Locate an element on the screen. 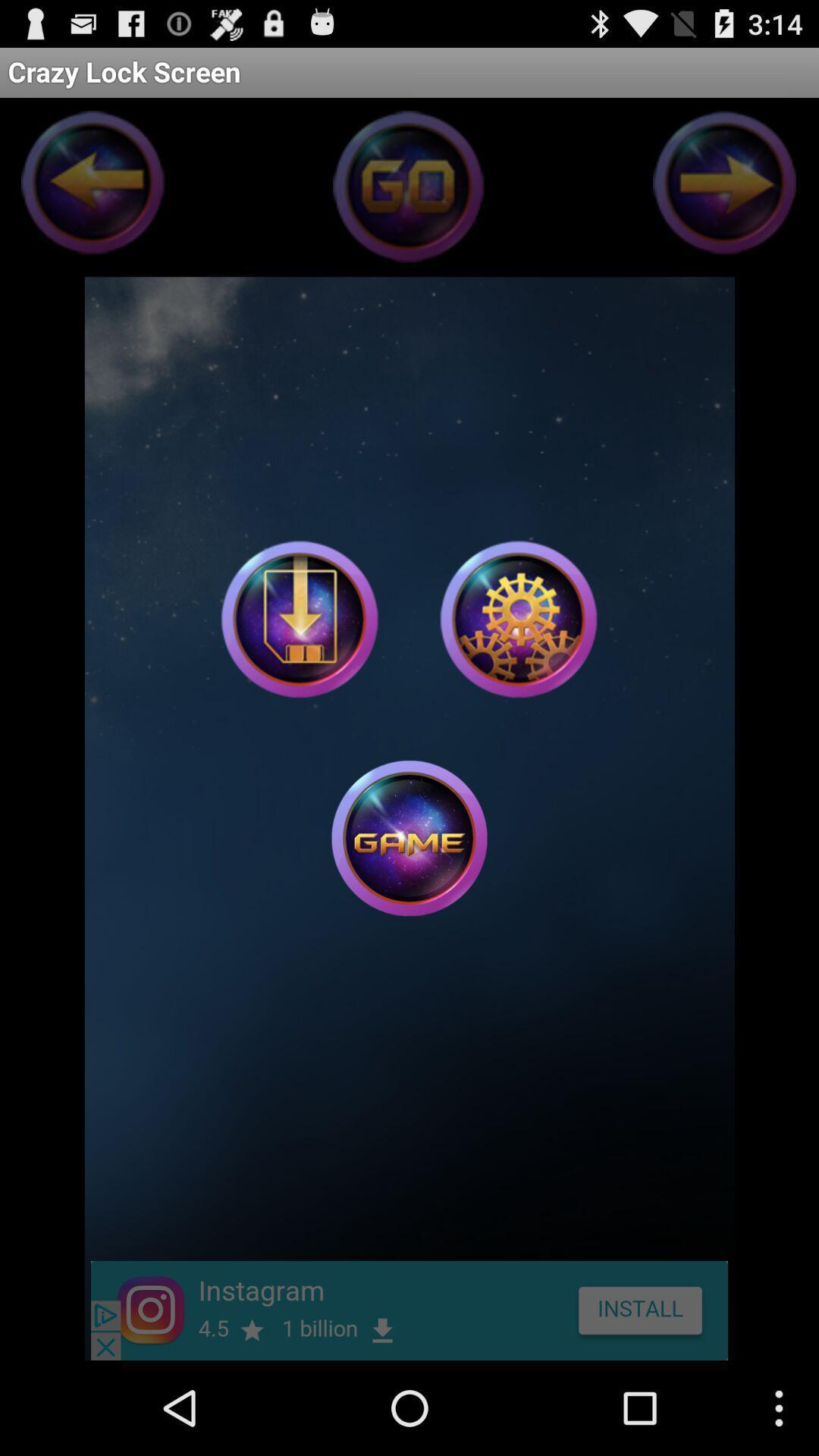  game is located at coordinates (409, 837).